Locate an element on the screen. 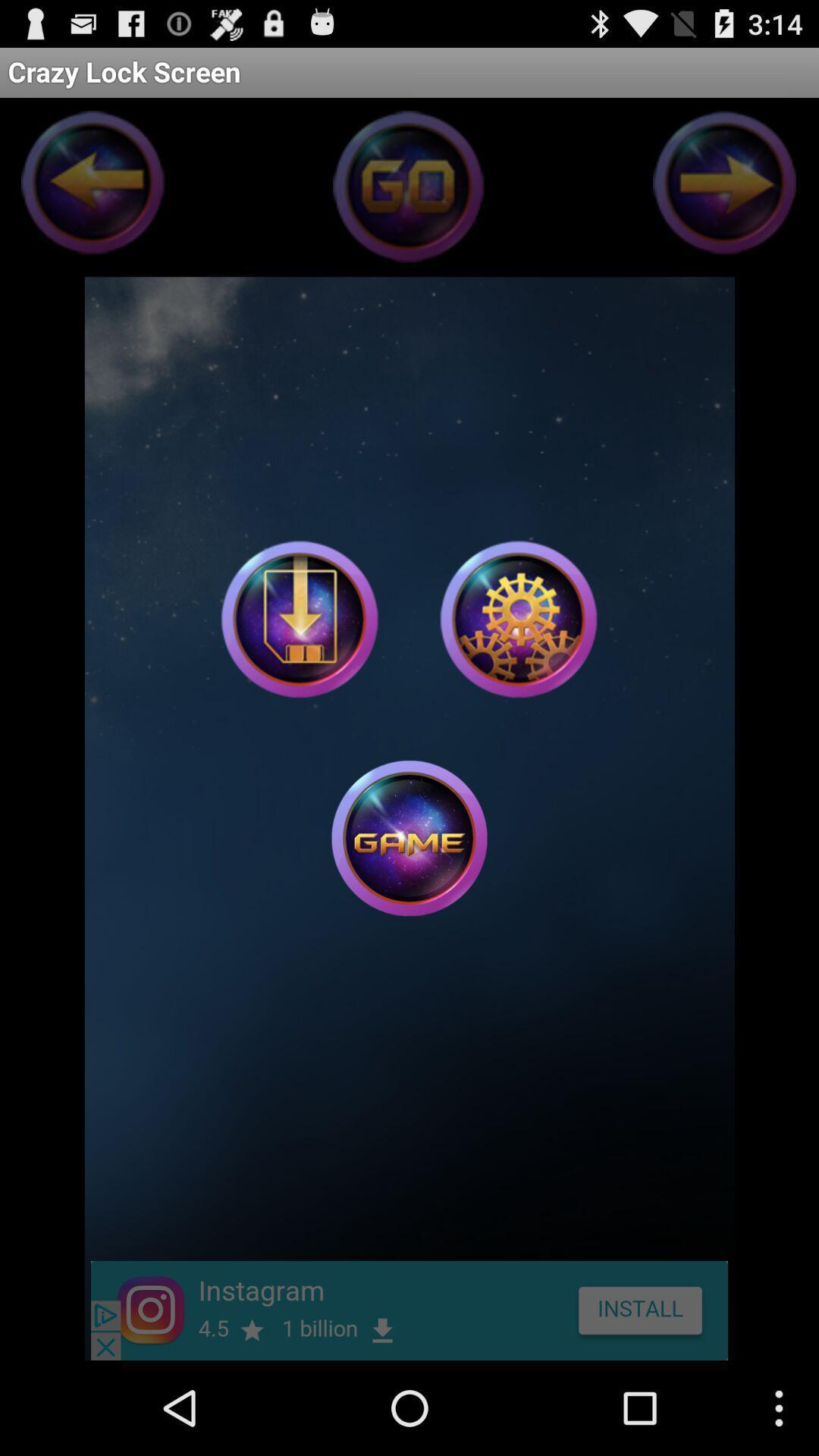  game is located at coordinates (409, 837).